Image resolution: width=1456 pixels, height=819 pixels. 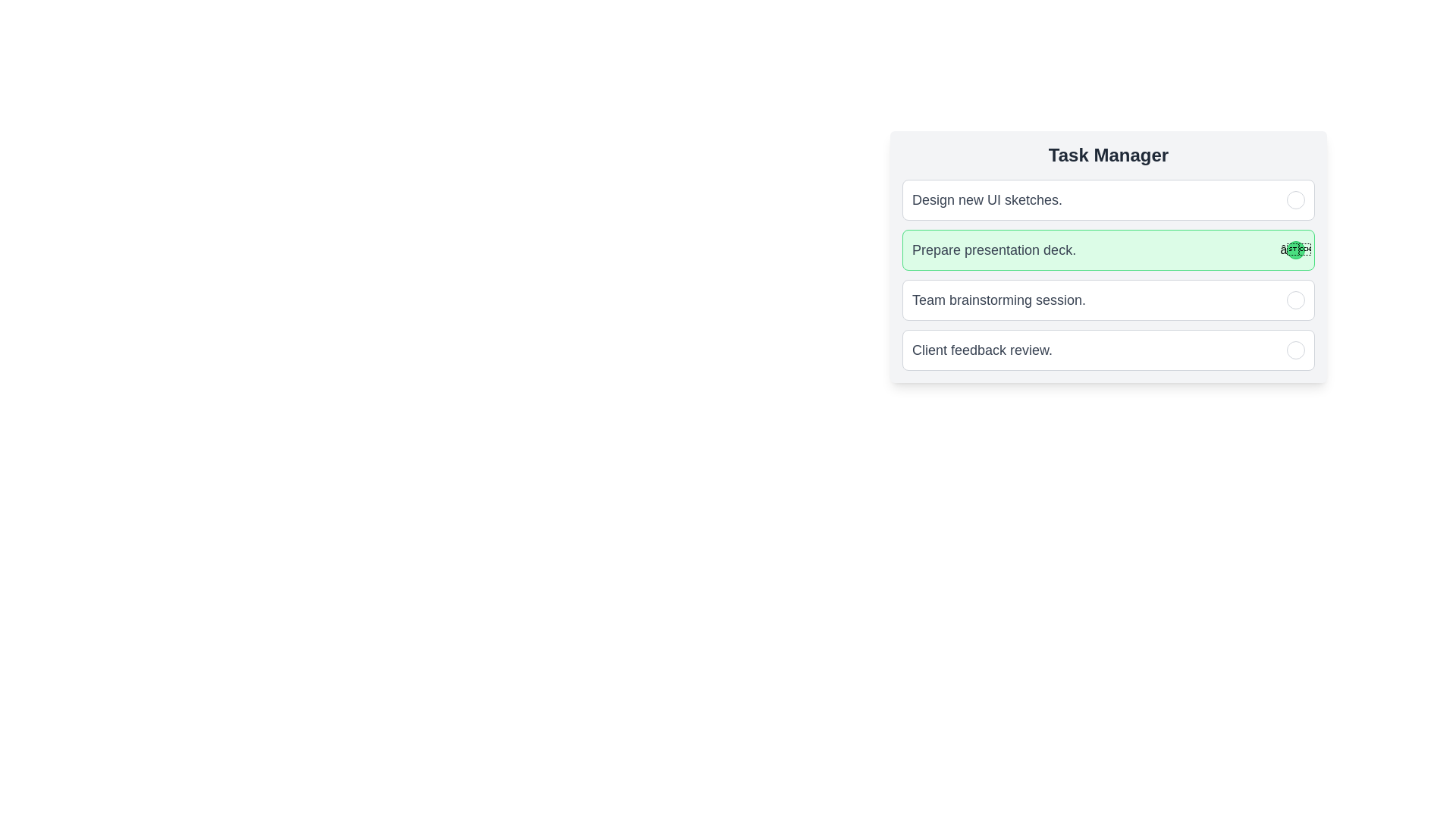 What do you see at coordinates (1109, 275) in the screenshot?
I see `the second task list item with the text 'Prepare presentation deck.' and a checkmark icon in a green circle` at bounding box center [1109, 275].